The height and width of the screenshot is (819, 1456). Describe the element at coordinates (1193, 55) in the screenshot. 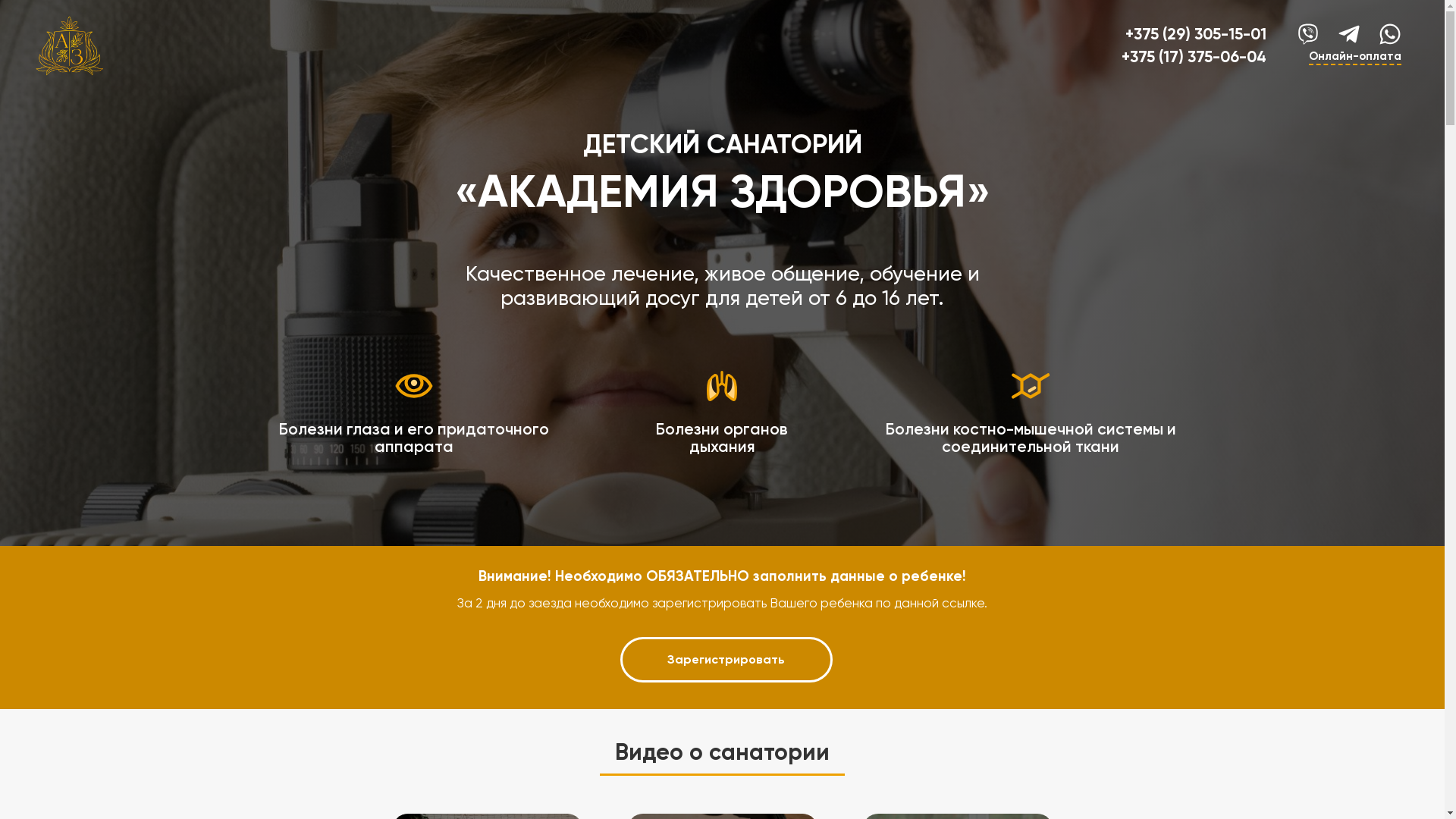

I see `'+375 (17) 375-06-04'` at that location.